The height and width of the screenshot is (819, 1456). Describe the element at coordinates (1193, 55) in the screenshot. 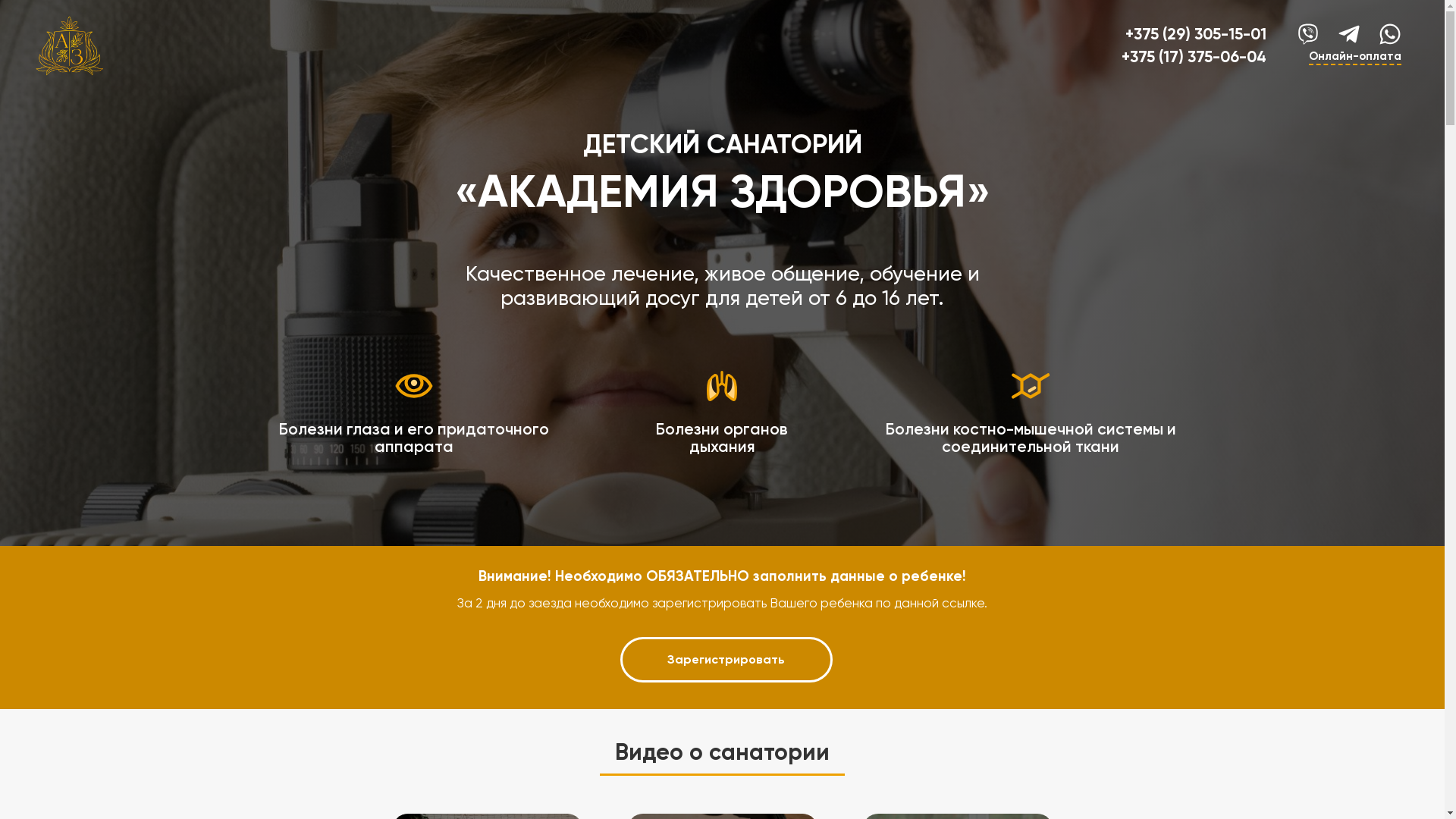

I see `'+375 (17) 375-06-04'` at that location.